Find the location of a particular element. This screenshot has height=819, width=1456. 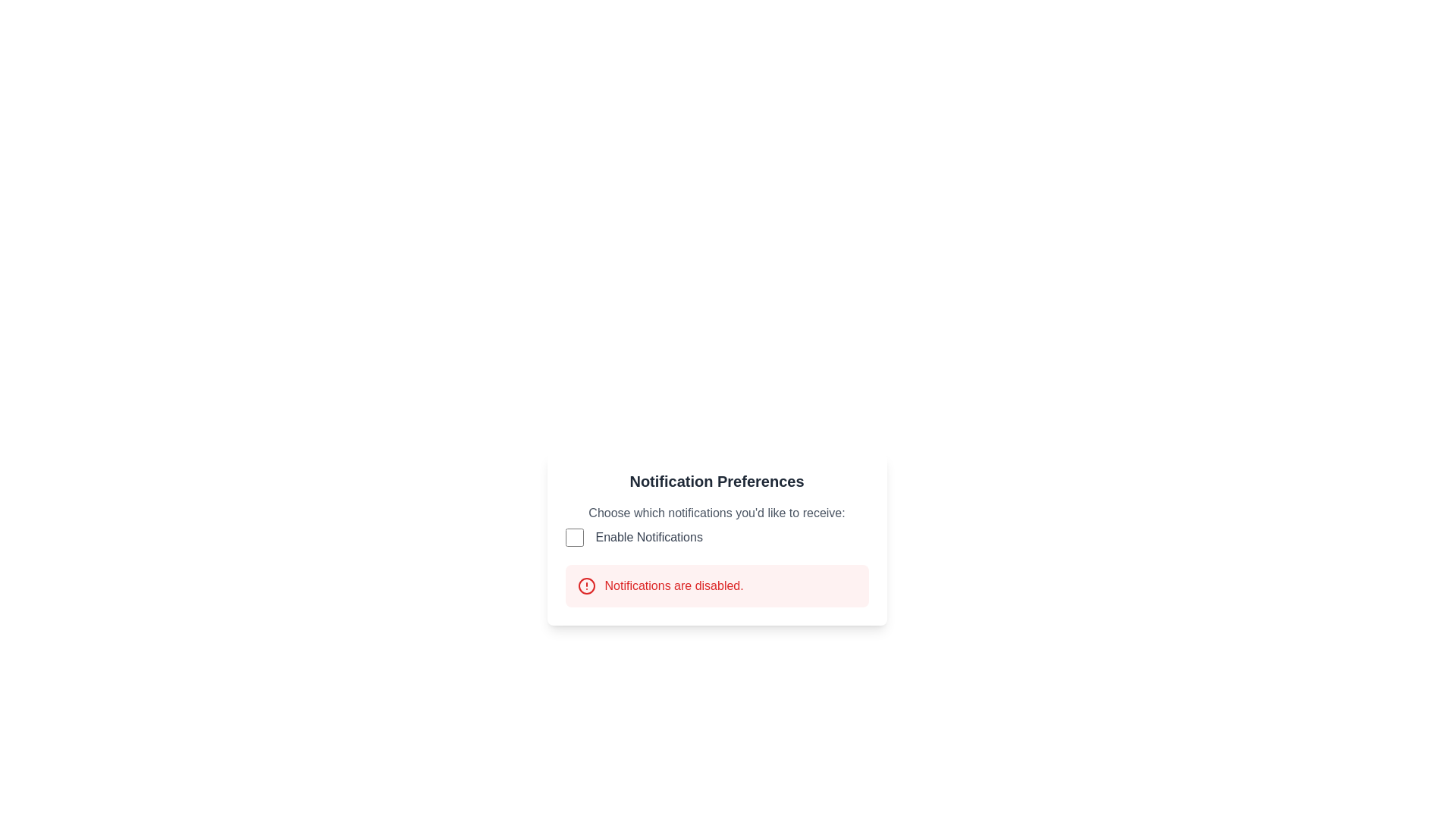

the checkbox labeled 'Enable Notifications' is located at coordinates (716, 525).